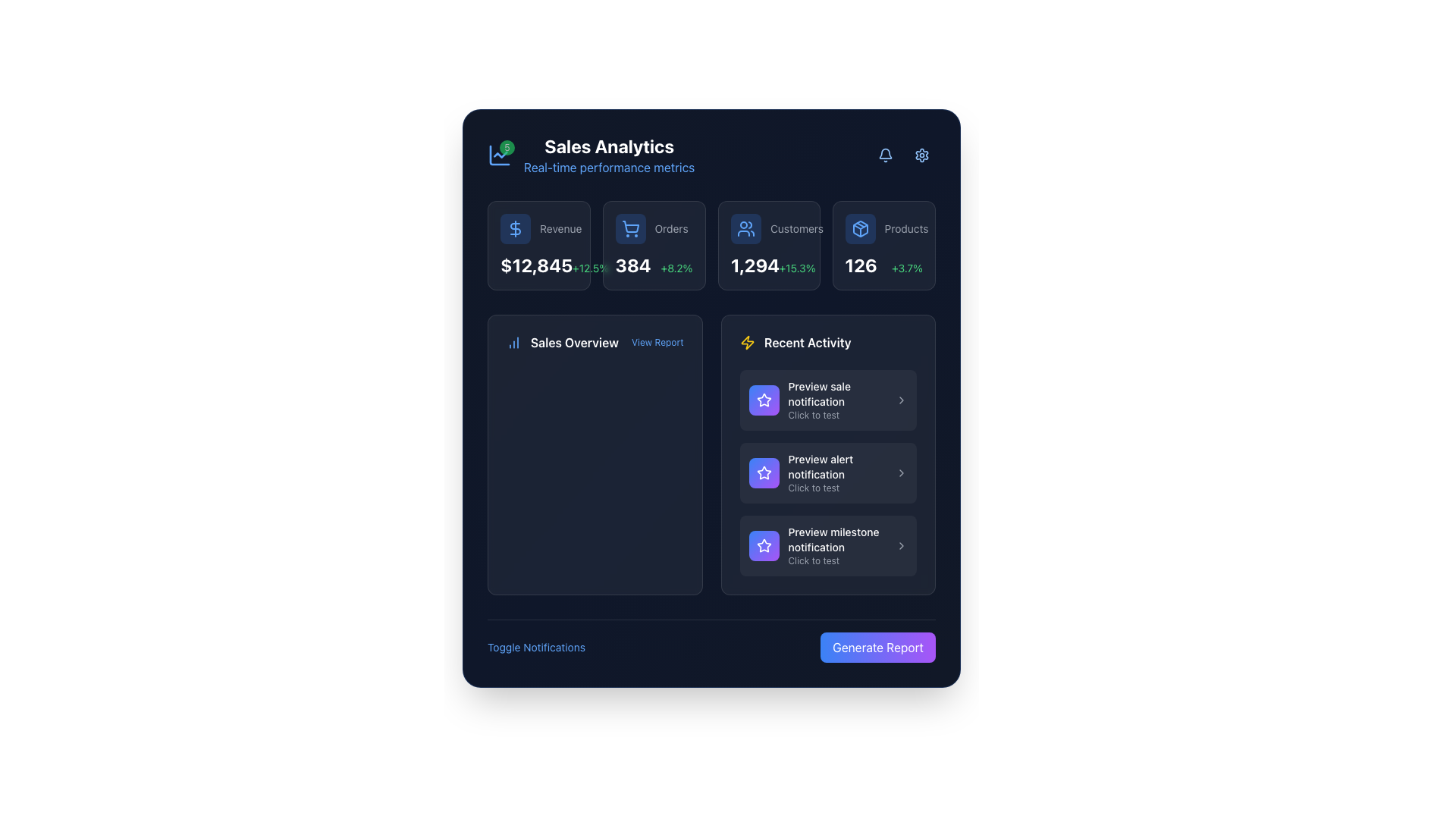 Image resolution: width=1456 pixels, height=819 pixels. I want to click on the 'Orders' text label, which is styled in gray and located to the right of the shopping cart icon in the top central area of the interface, so click(654, 228).